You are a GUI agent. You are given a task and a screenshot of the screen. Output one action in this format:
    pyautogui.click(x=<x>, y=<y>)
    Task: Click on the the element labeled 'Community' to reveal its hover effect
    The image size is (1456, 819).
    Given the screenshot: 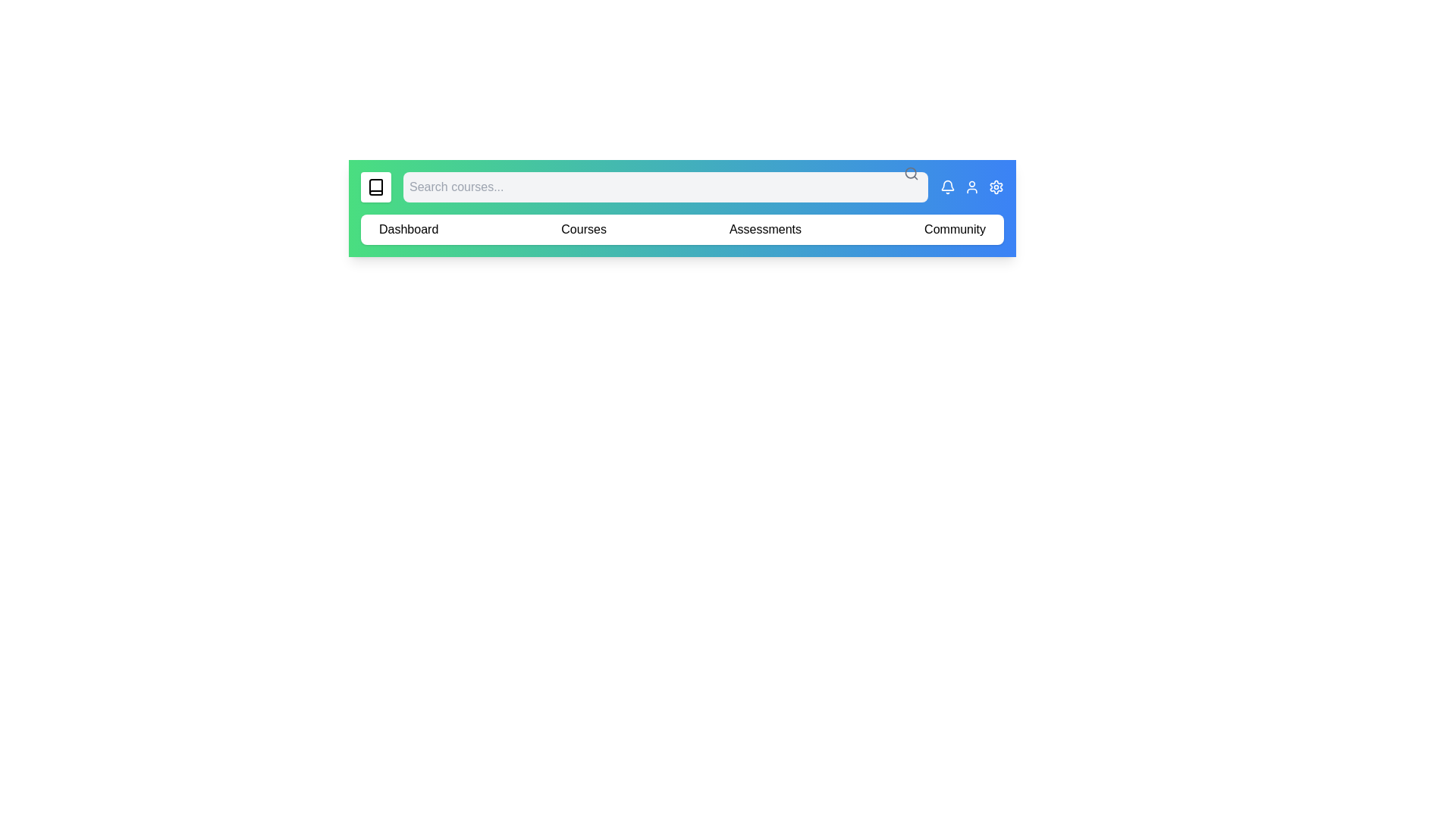 What is the action you would take?
    pyautogui.click(x=953, y=230)
    